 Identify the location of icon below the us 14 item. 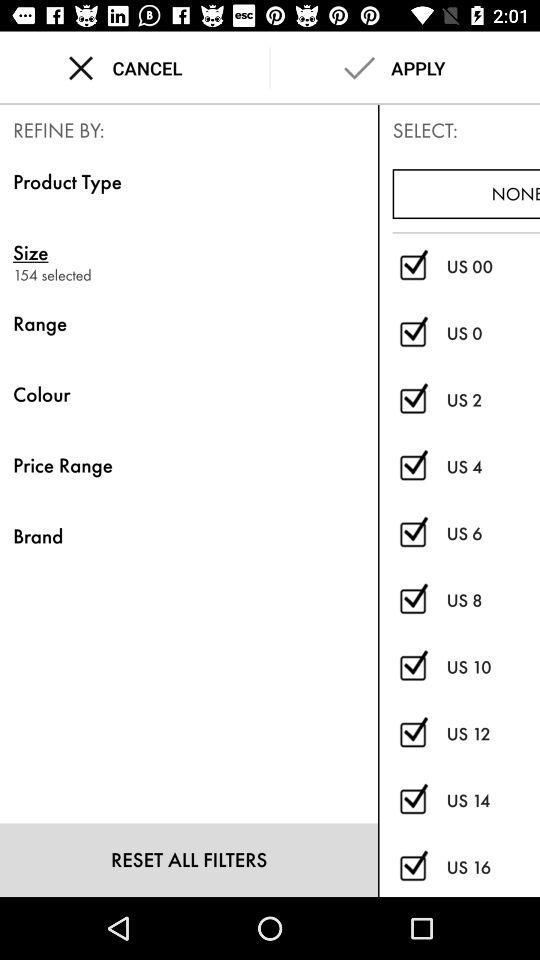
(492, 866).